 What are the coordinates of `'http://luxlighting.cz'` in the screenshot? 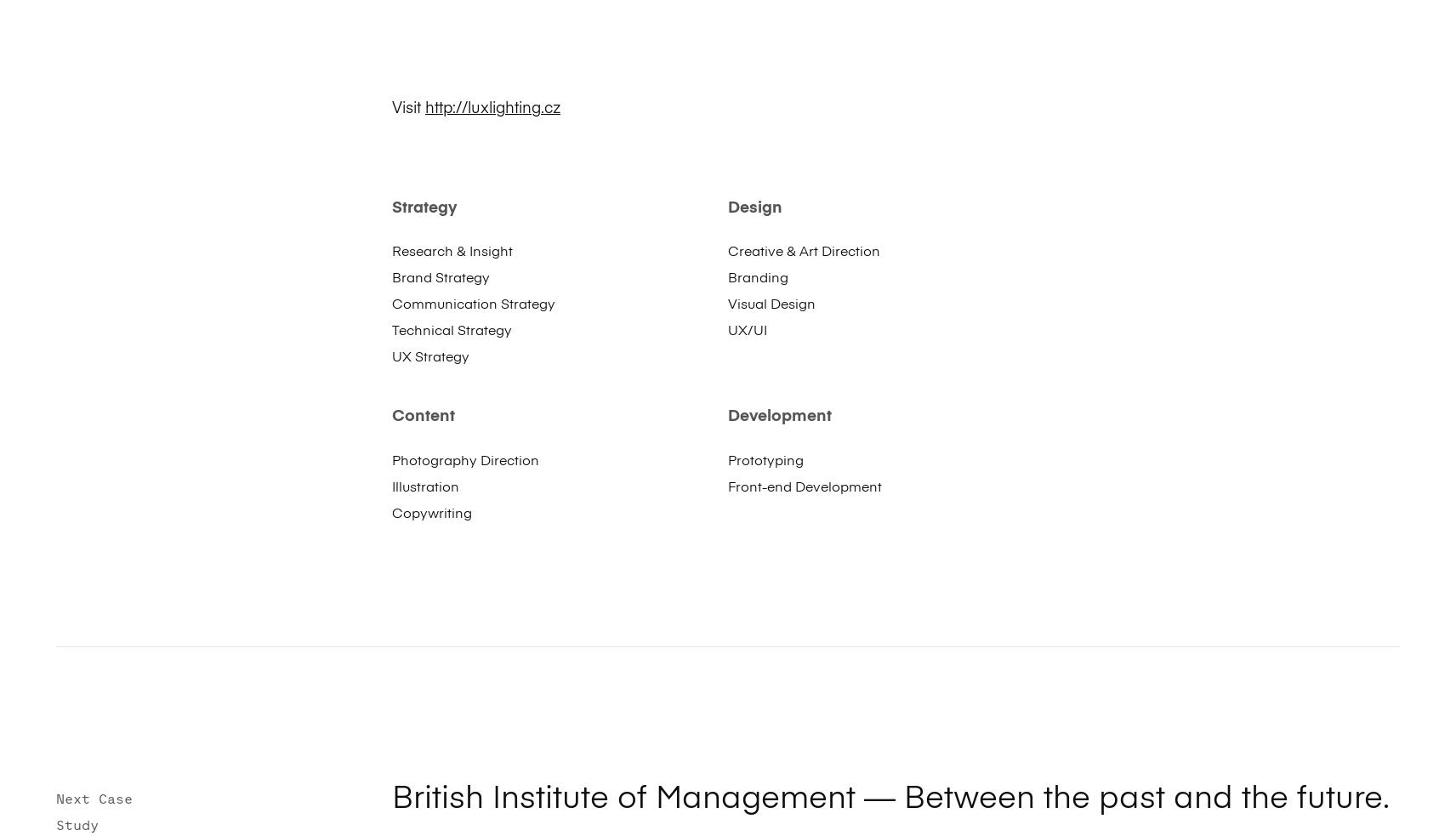 It's located at (491, 107).